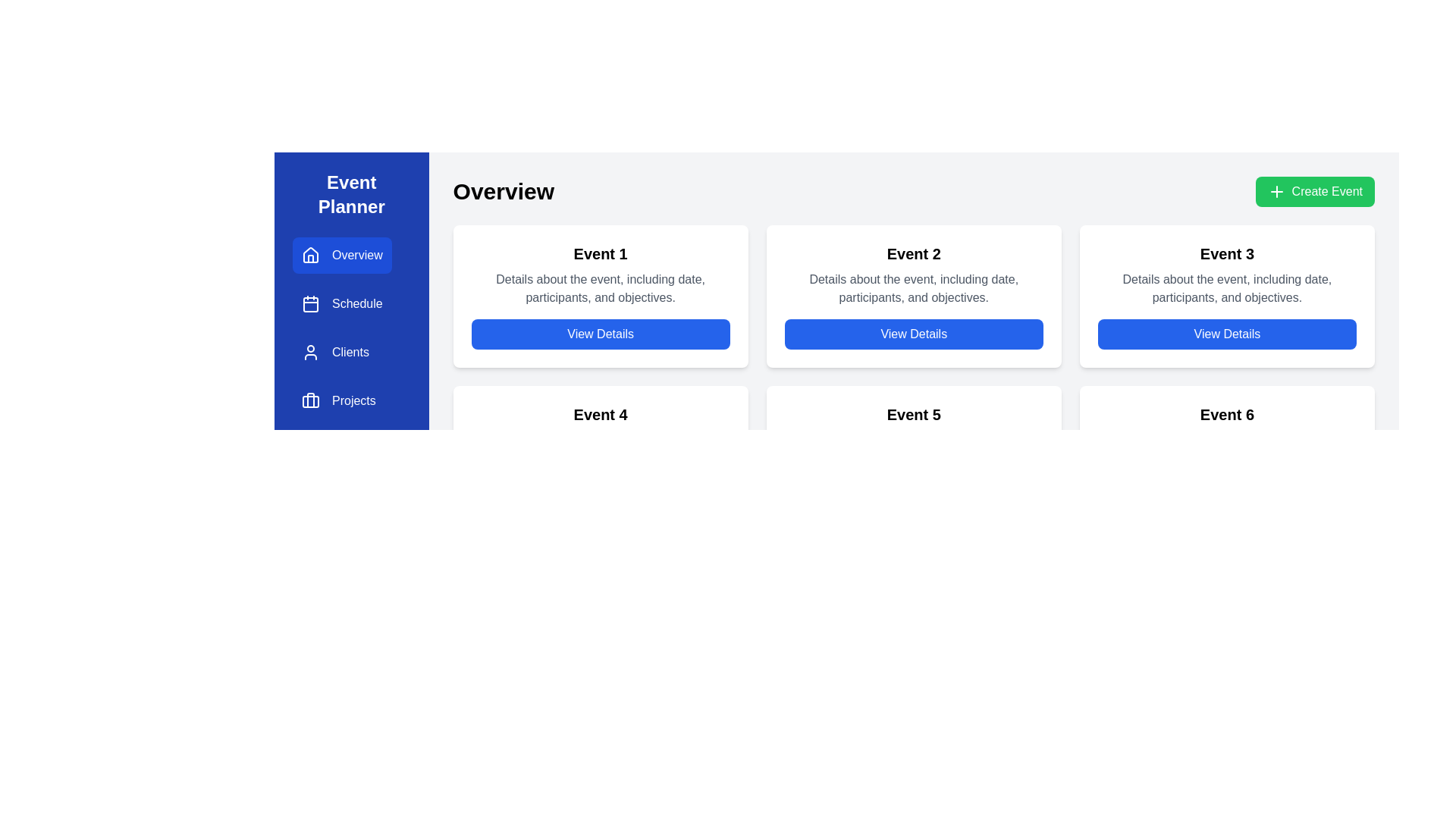  What do you see at coordinates (1227, 333) in the screenshot?
I see `the button located at the bottom of the 'Event 3' card to observe the hover effect` at bounding box center [1227, 333].